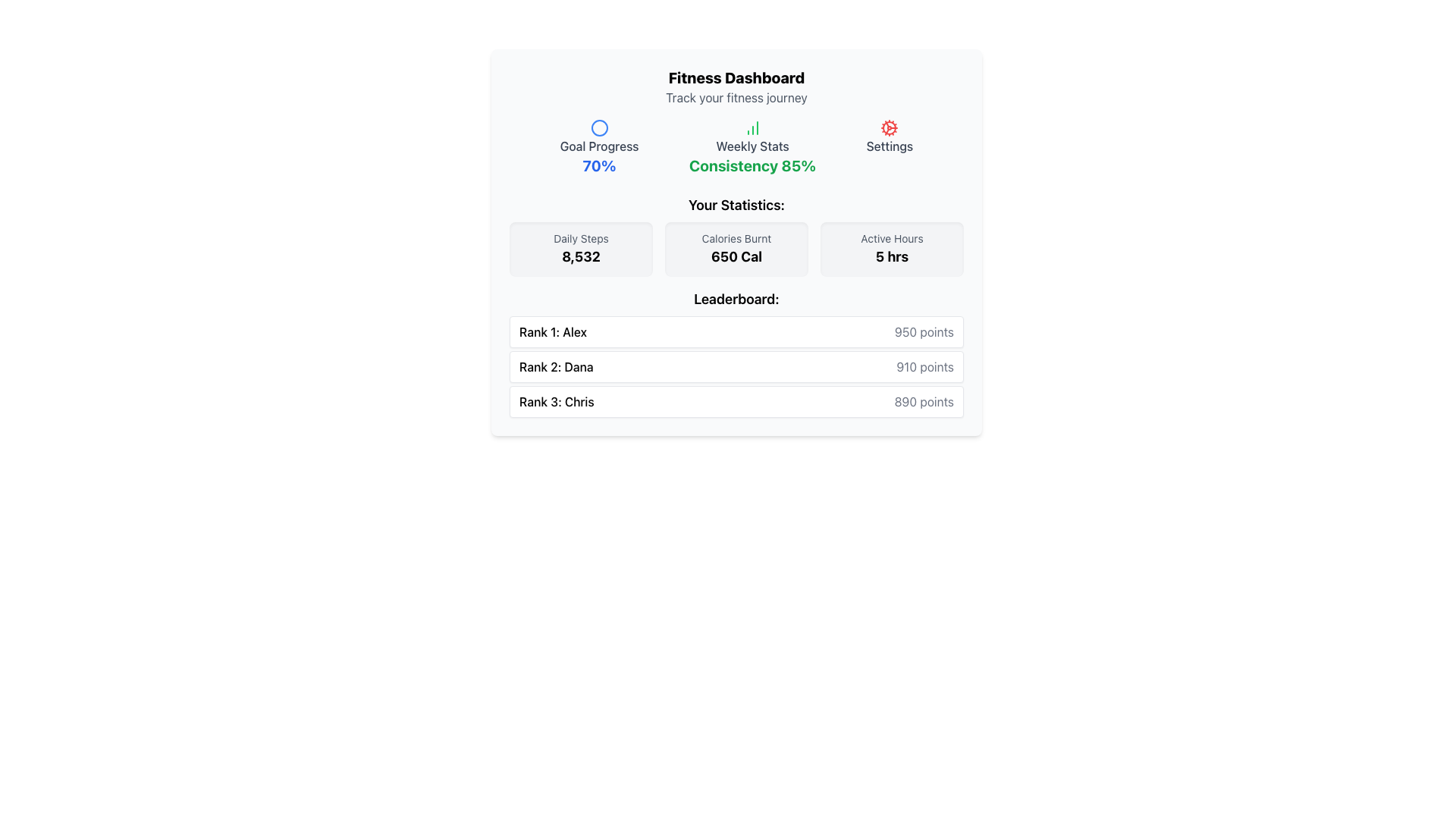 This screenshot has height=819, width=1456. What do you see at coordinates (736, 299) in the screenshot?
I see `the 'Leaderboard:' text label, which is a bold, large font element positioned centrally above the ranking information list` at bounding box center [736, 299].